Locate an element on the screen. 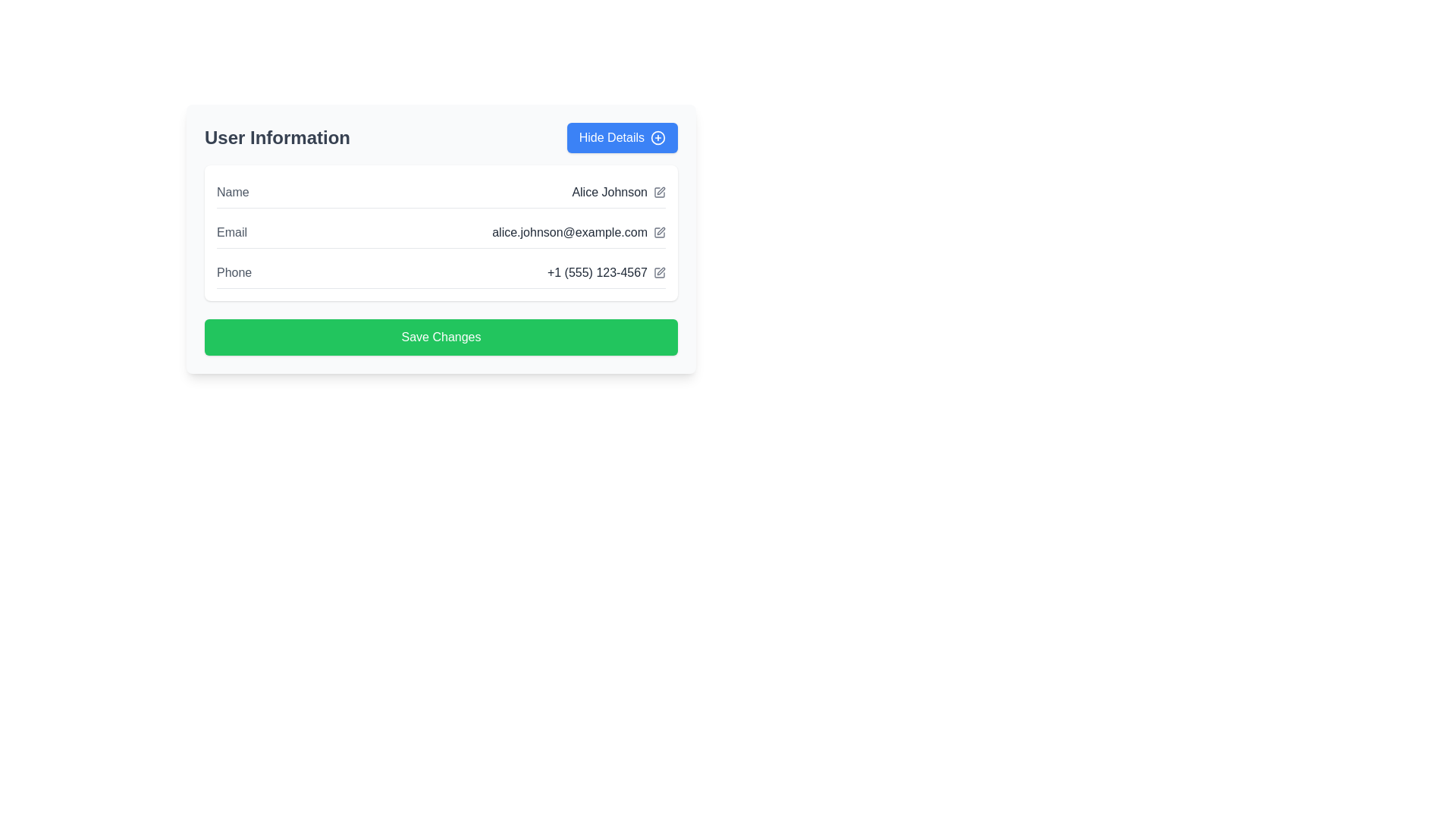 The image size is (1456, 819). the section header text label that describes the content below, positioned above the user data fields is located at coordinates (277, 137).